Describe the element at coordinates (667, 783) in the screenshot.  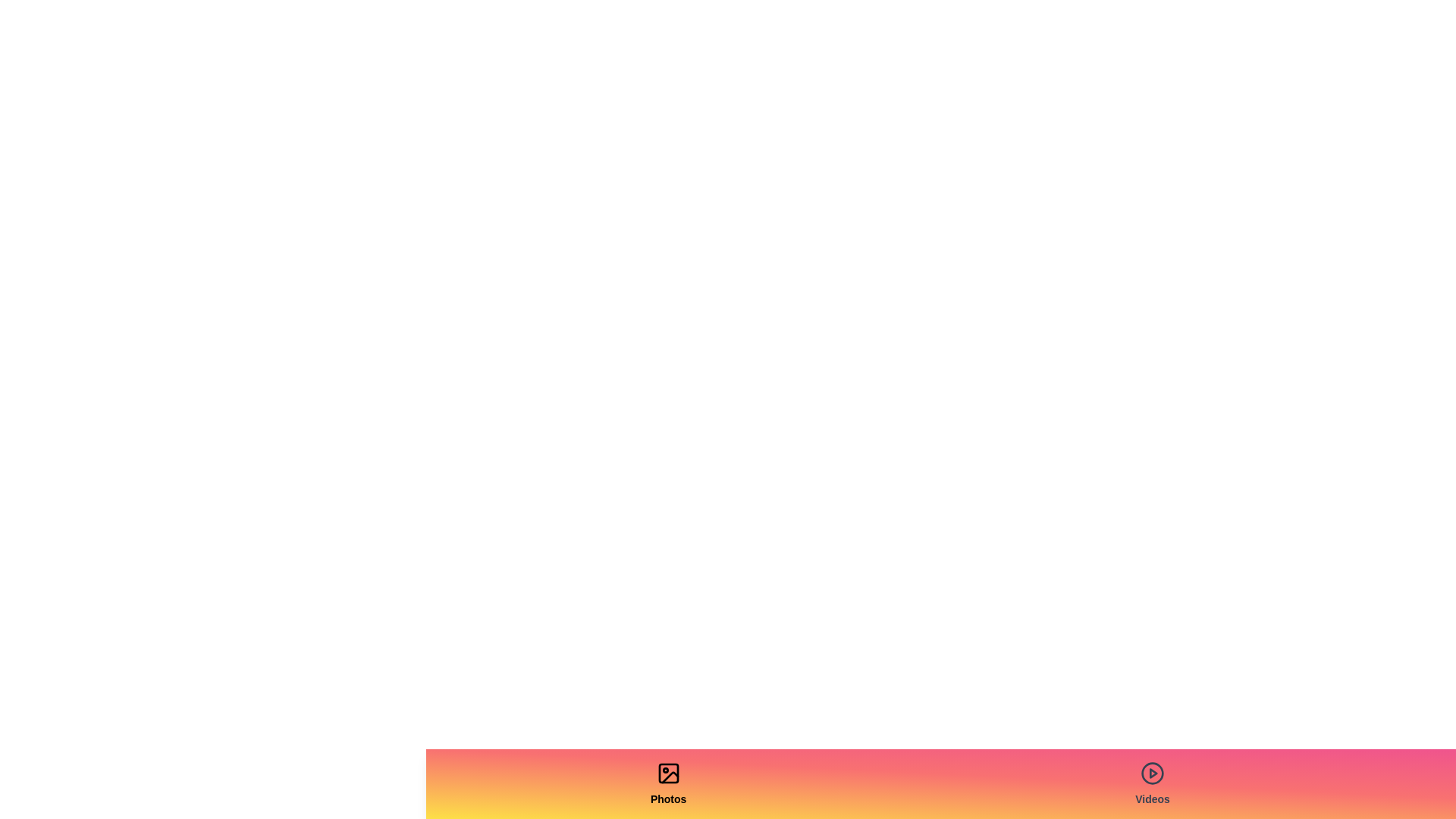
I see `the Photos tab by clicking its corresponding button` at that location.